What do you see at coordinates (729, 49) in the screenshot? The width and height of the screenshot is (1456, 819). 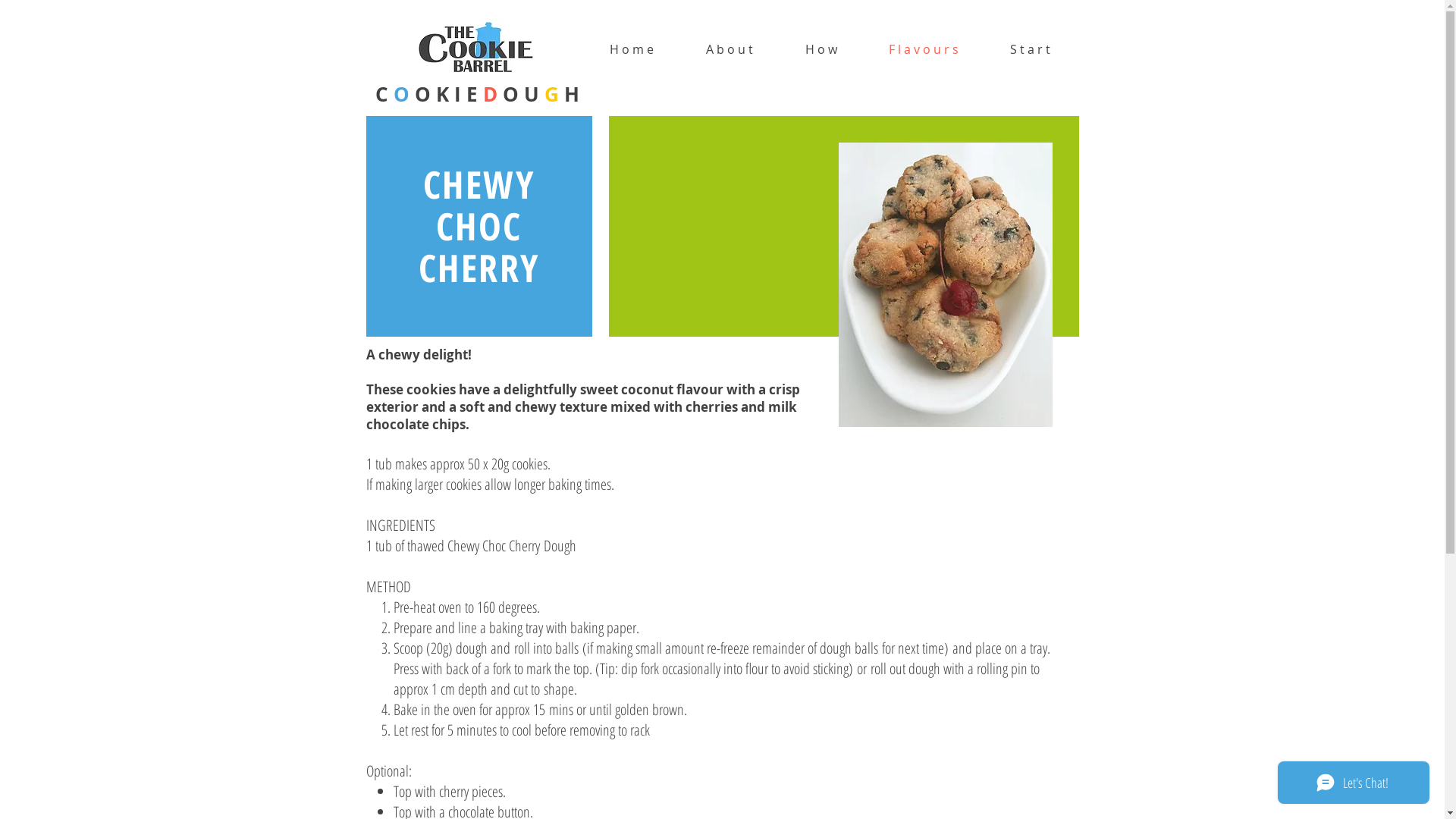 I see `'A b o u t'` at bounding box center [729, 49].